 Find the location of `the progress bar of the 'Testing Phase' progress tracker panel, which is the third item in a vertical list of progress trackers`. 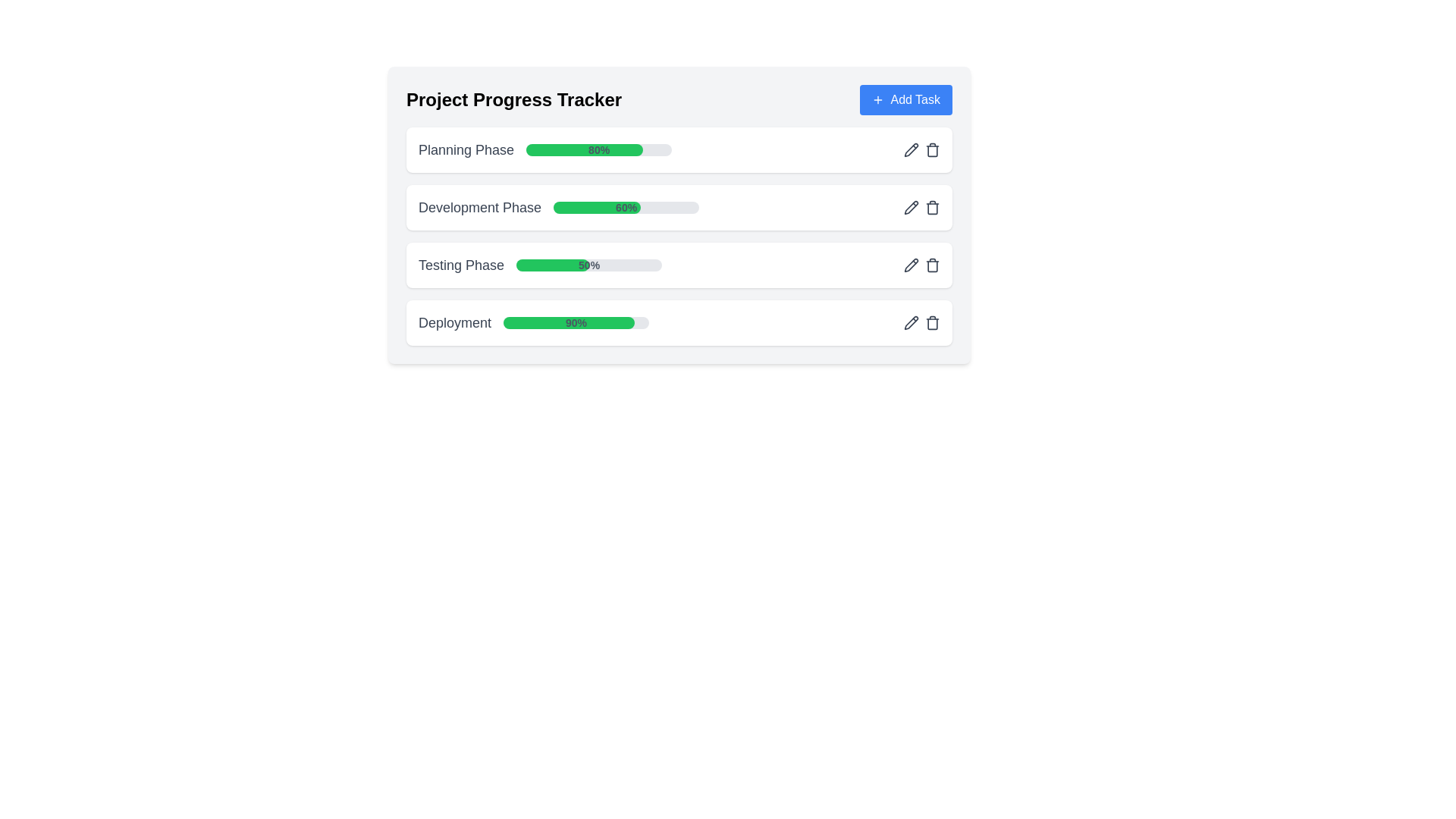

the progress bar of the 'Testing Phase' progress tracker panel, which is the third item in a vertical list of progress trackers is located at coordinates (679, 265).